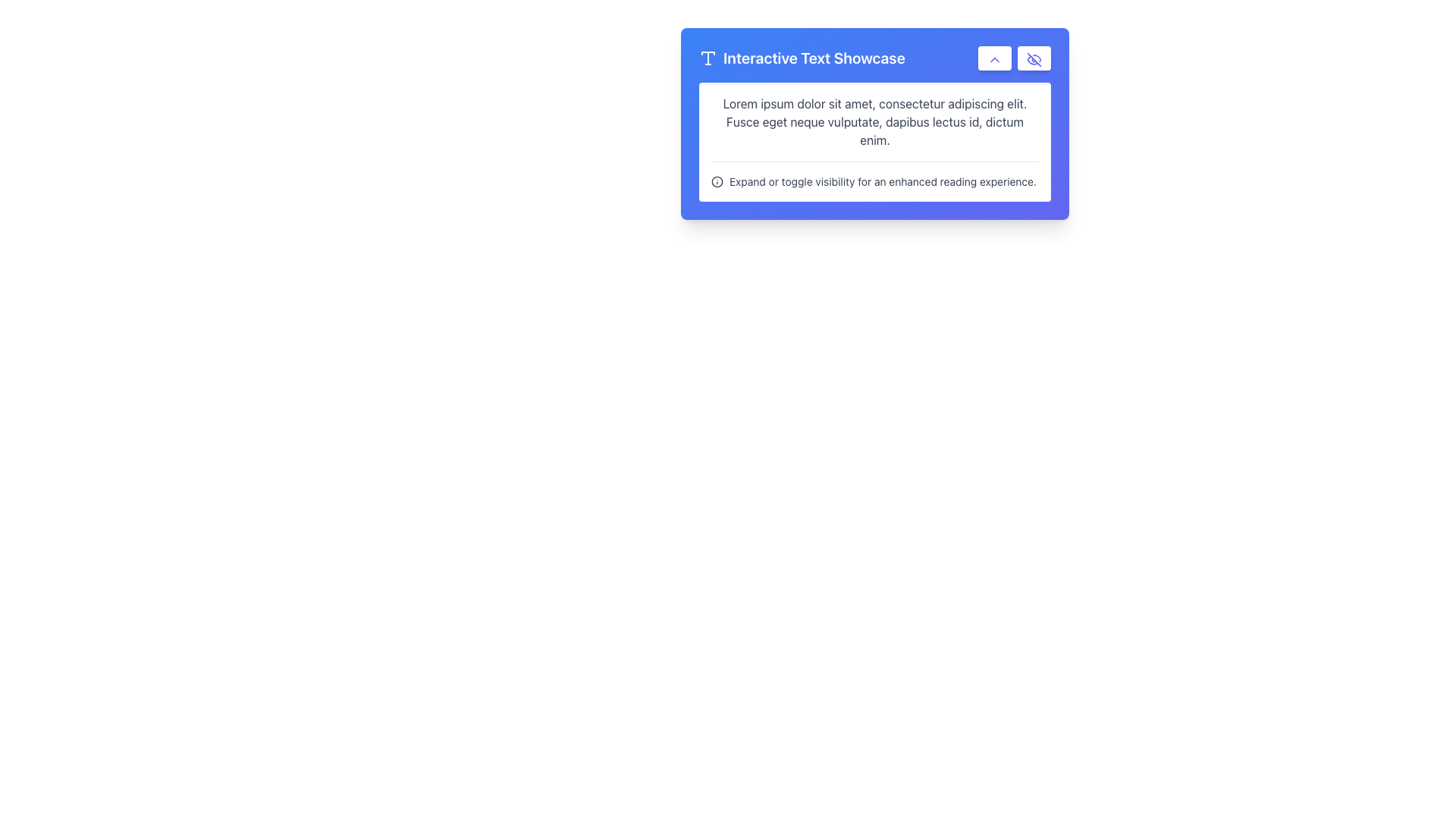 The width and height of the screenshot is (1456, 819). I want to click on the information icon located to the left of the sentence text that reads 'Expand or toggle visibility for an enhanced reading experience.', so click(716, 180).